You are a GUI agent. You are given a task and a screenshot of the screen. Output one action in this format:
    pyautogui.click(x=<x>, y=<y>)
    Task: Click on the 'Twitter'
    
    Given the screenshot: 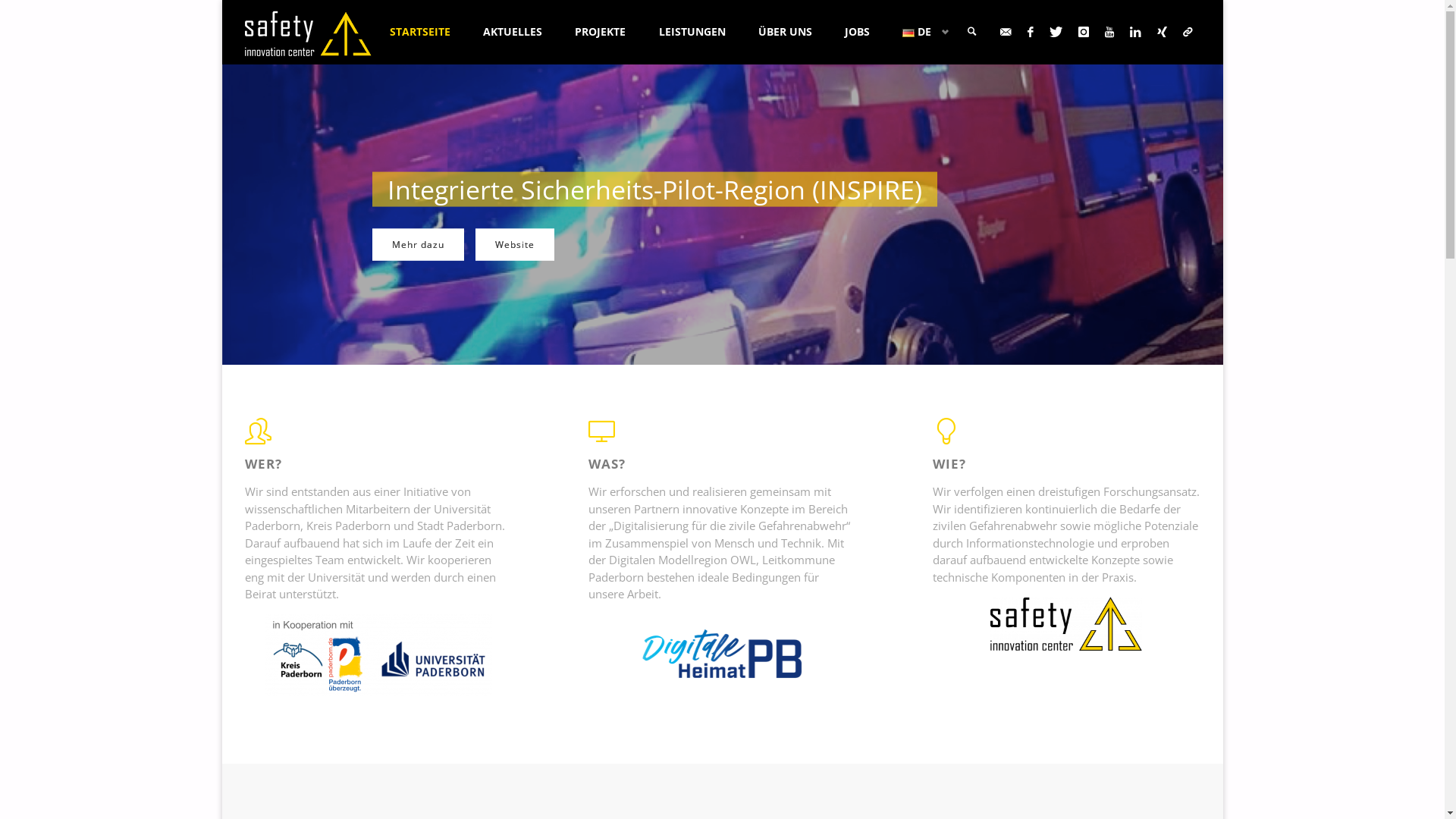 What is the action you would take?
    pyautogui.click(x=1040, y=32)
    